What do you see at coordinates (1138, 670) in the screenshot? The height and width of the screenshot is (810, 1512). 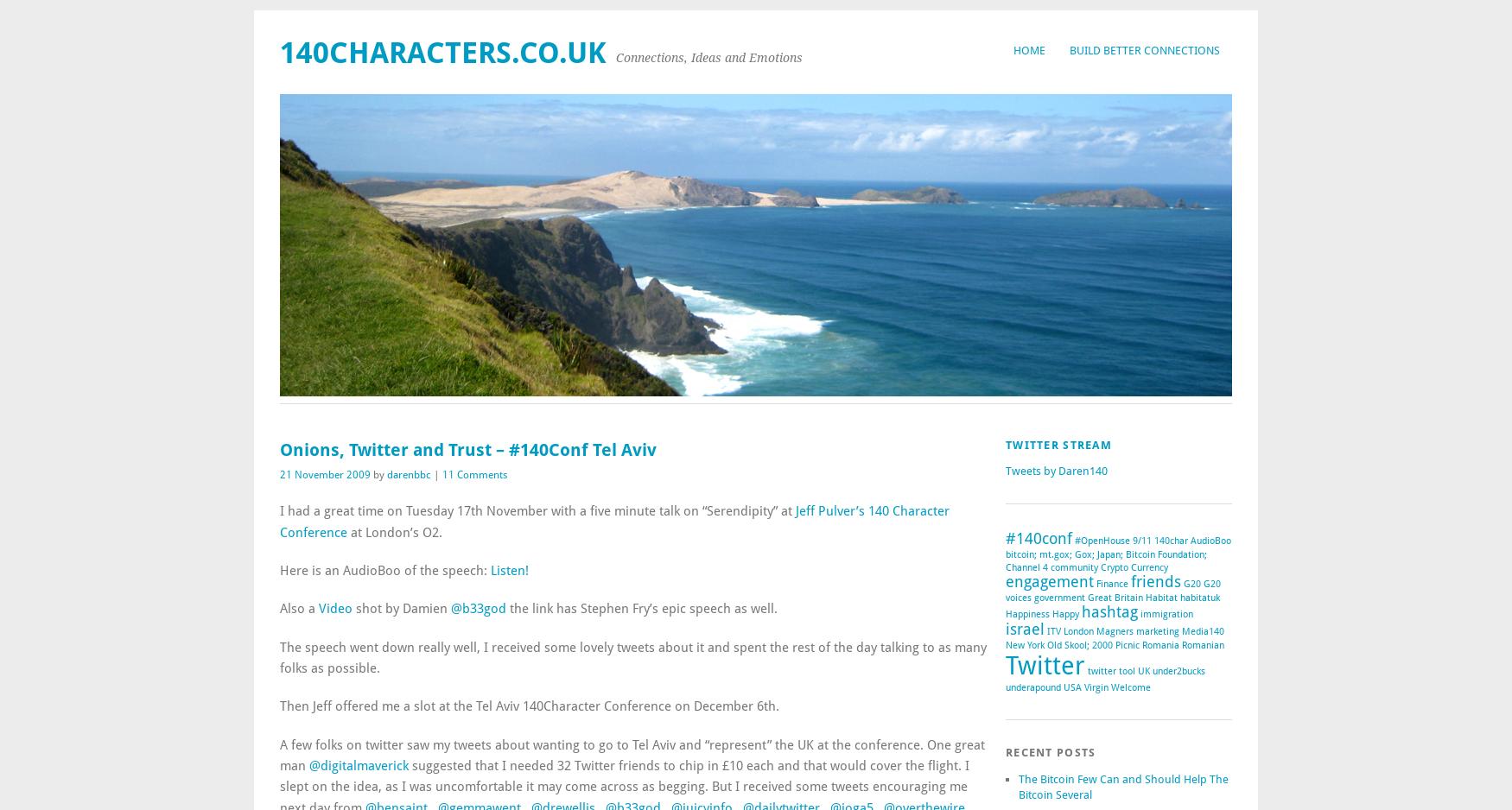 I see `'UK'` at bounding box center [1138, 670].